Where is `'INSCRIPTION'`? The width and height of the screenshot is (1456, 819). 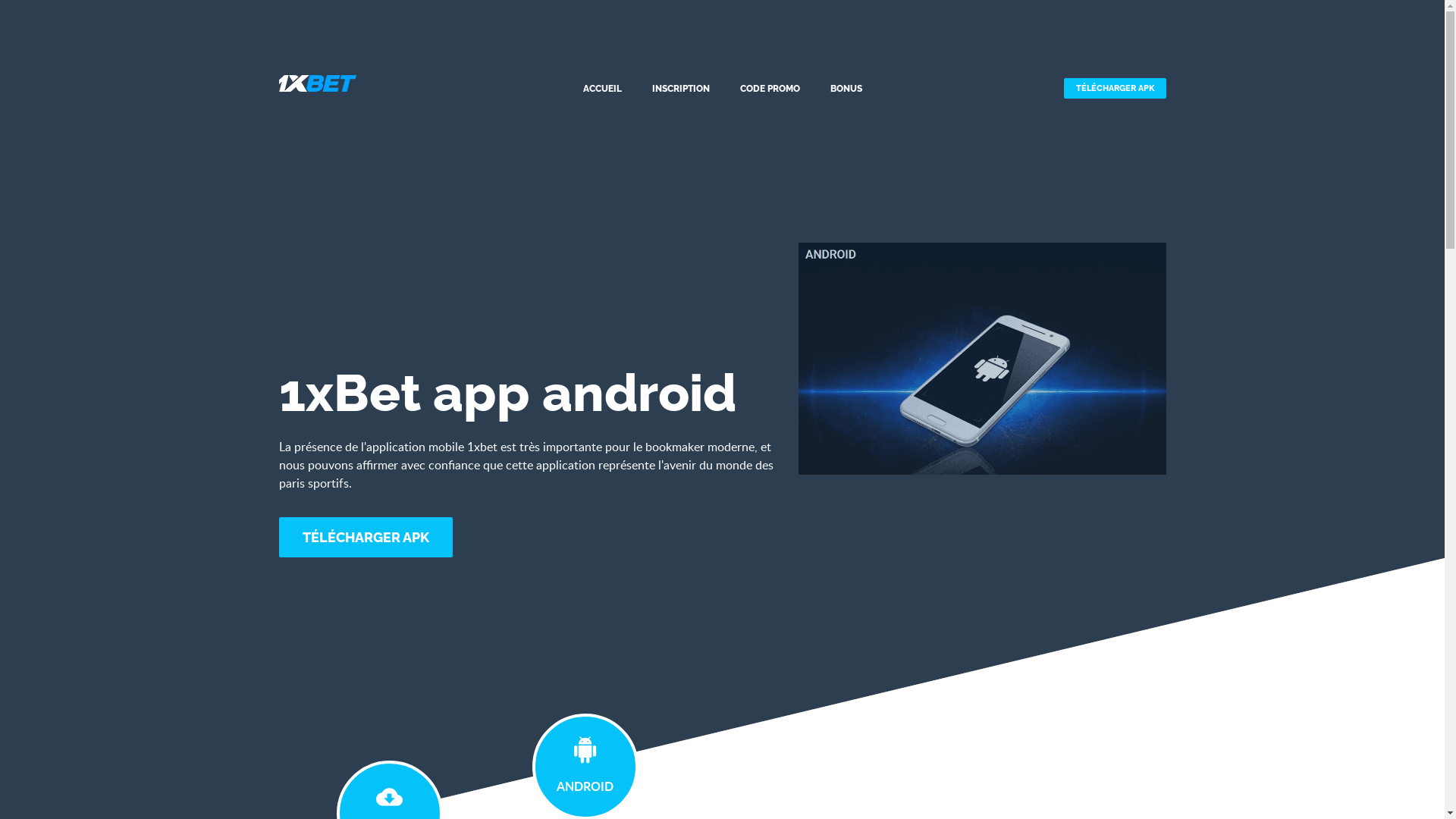
'INSCRIPTION' is located at coordinates (651, 88).